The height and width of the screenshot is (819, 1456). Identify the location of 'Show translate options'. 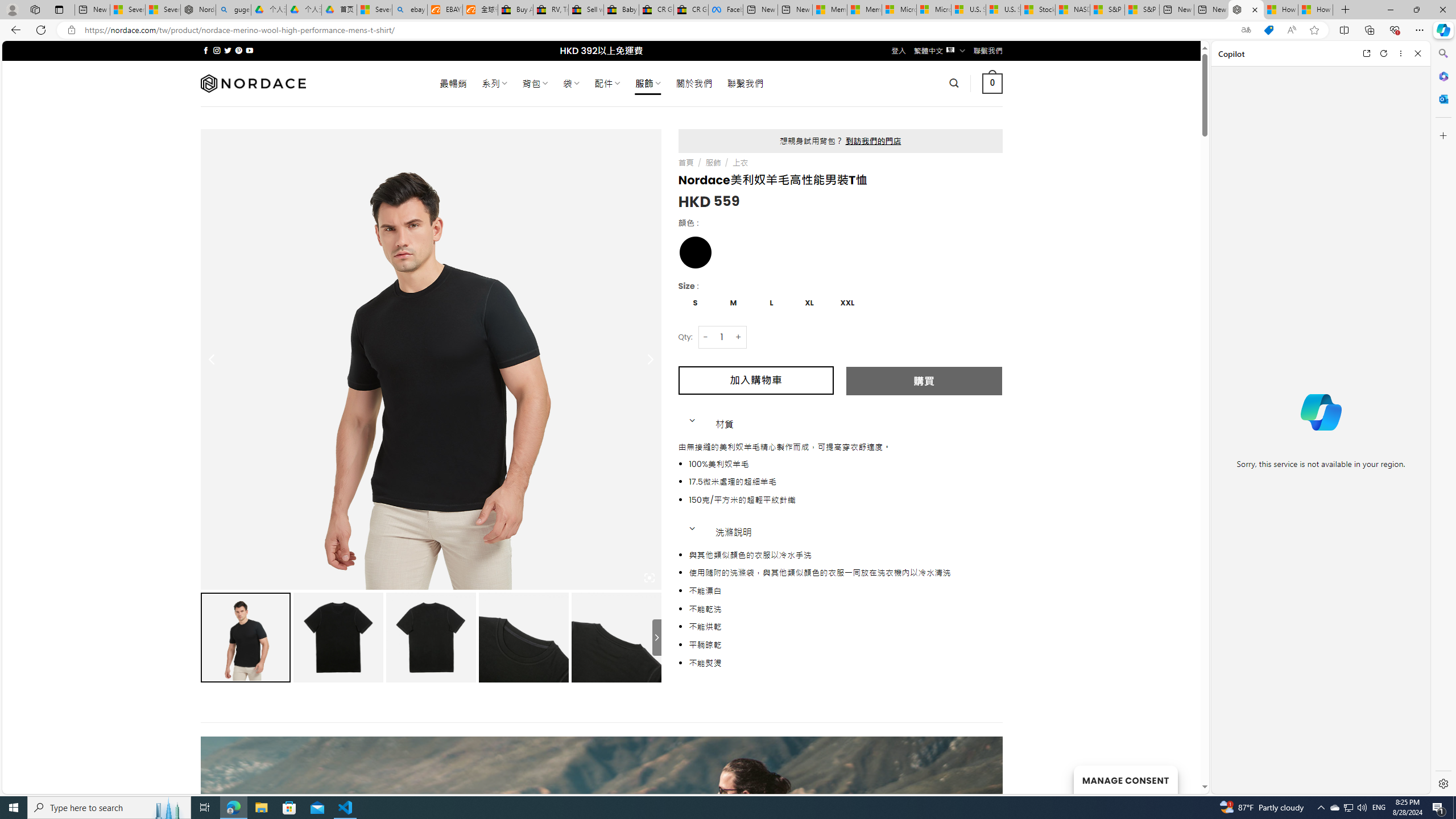
(1246, 30).